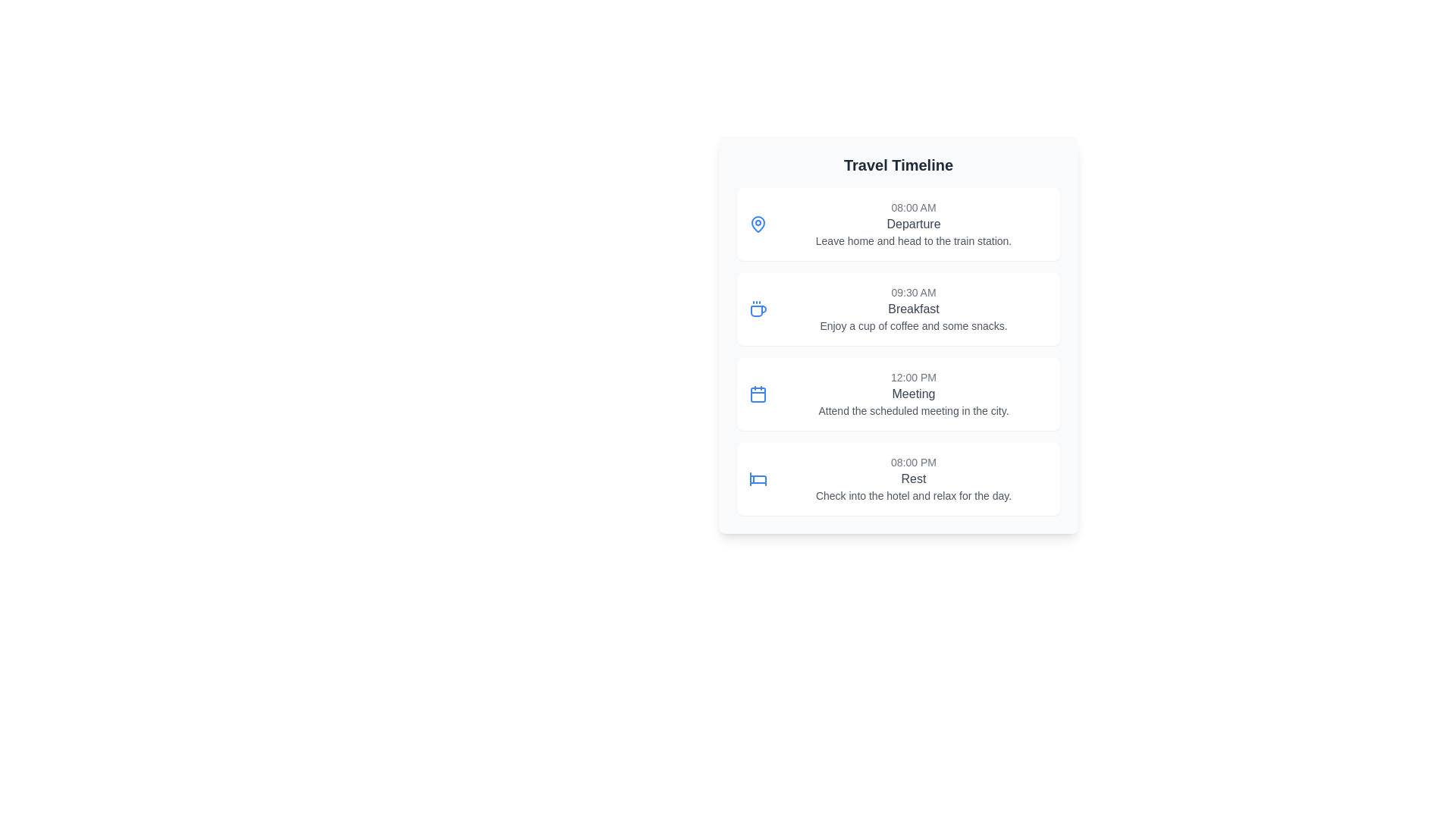 This screenshot has height=819, width=1456. What do you see at coordinates (758, 224) in the screenshot?
I see `the first icon on the left representing the '08:00 AM Departure' event in the timeline` at bounding box center [758, 224].